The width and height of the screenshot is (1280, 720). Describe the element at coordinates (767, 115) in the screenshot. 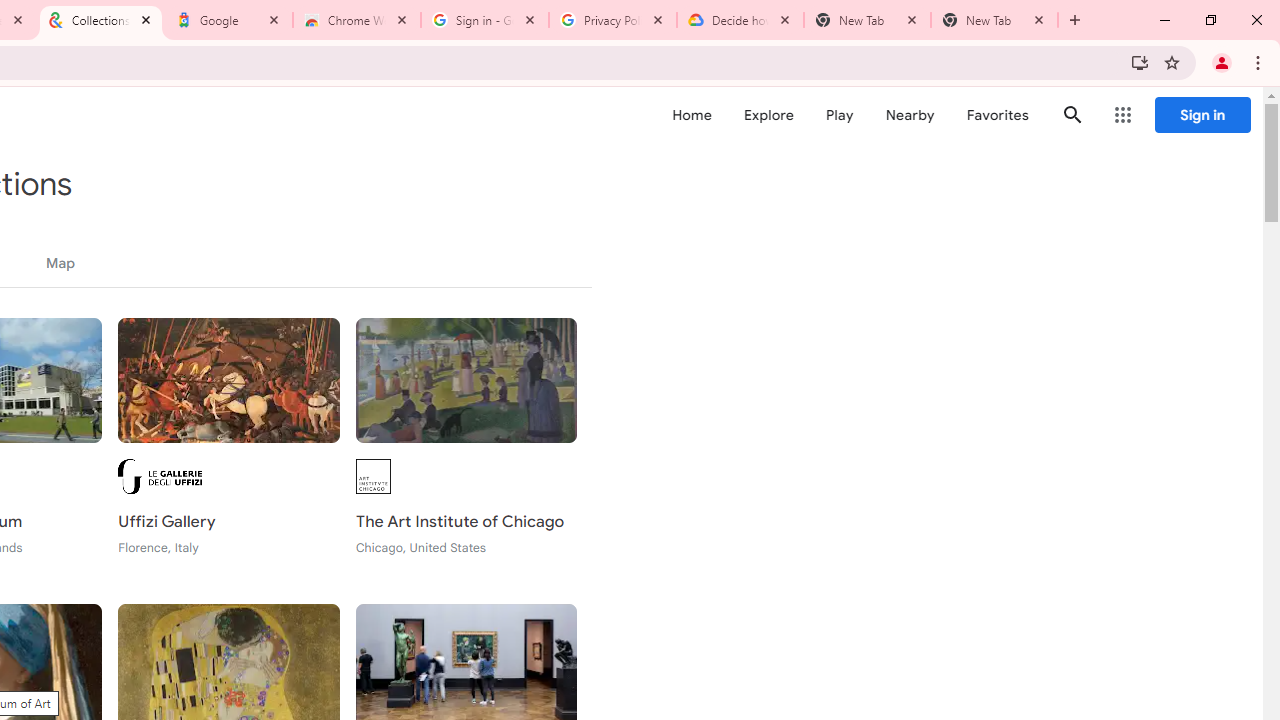

I see `'Explore'` at that location.